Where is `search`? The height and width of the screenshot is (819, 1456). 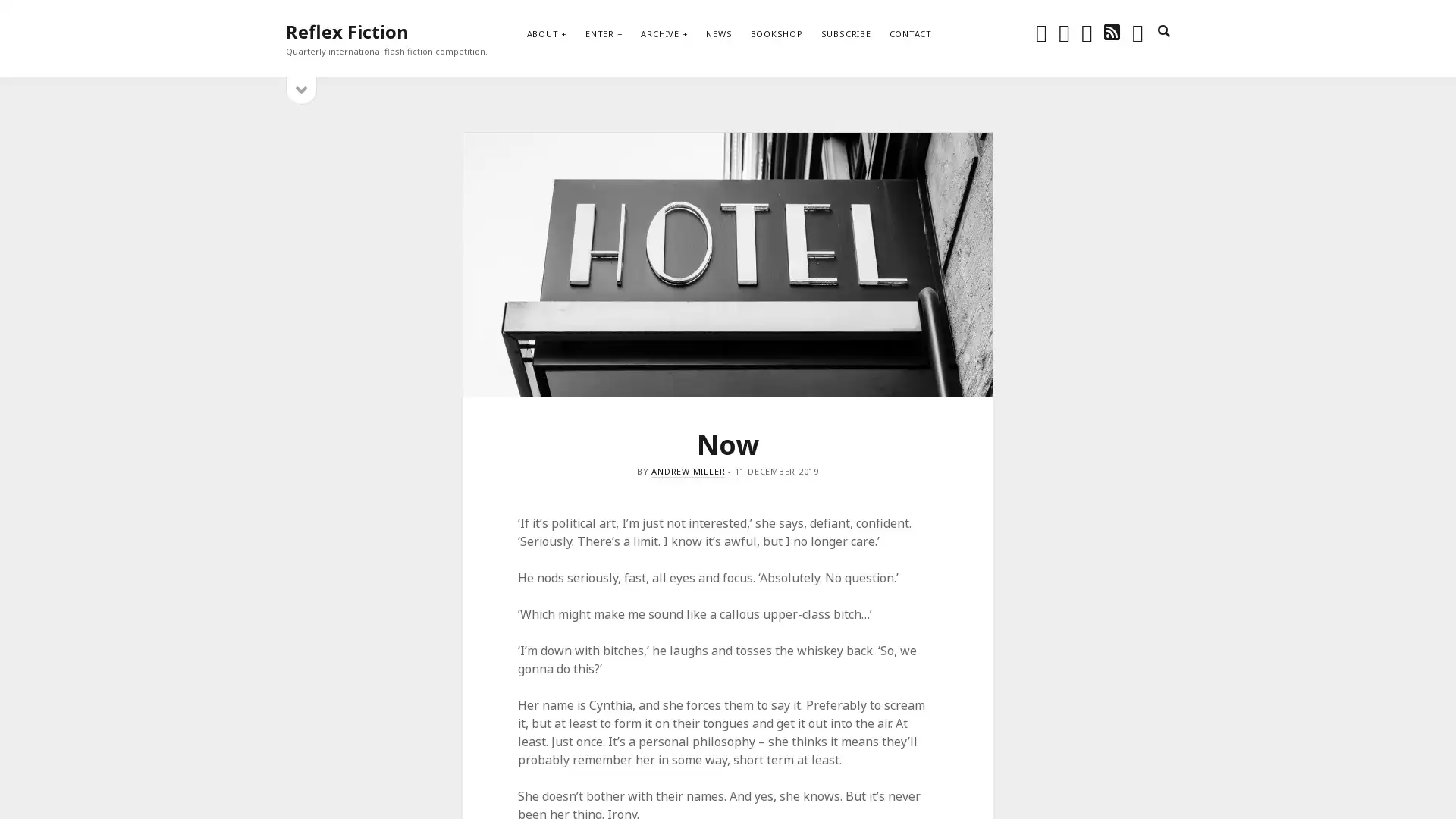 search is located at coordinates (1163, 32).